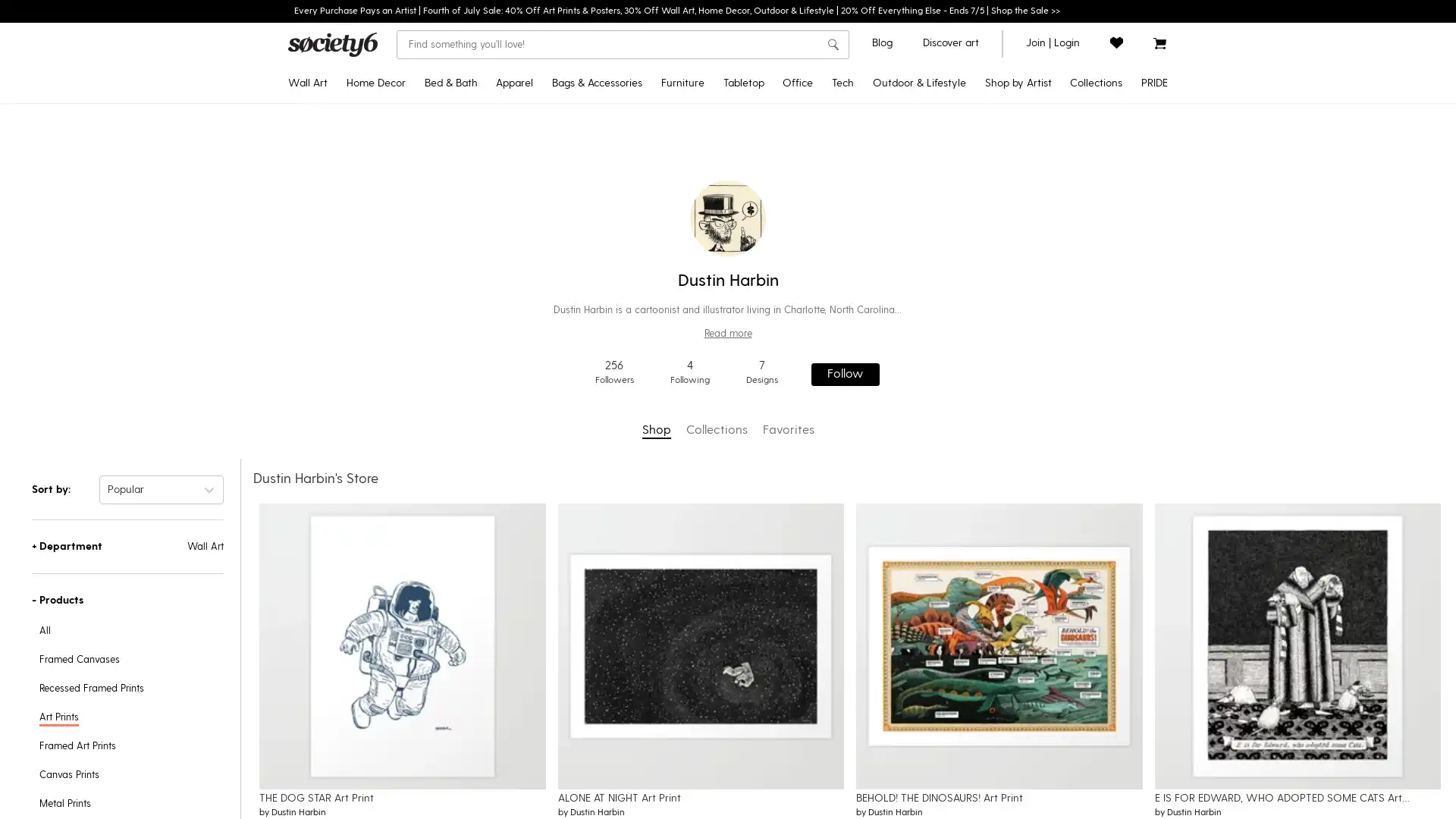  What do you see at coordinates (835, 293) in the screenshot?
I see `Wrapping Paper` at bounding box center [835, 293].